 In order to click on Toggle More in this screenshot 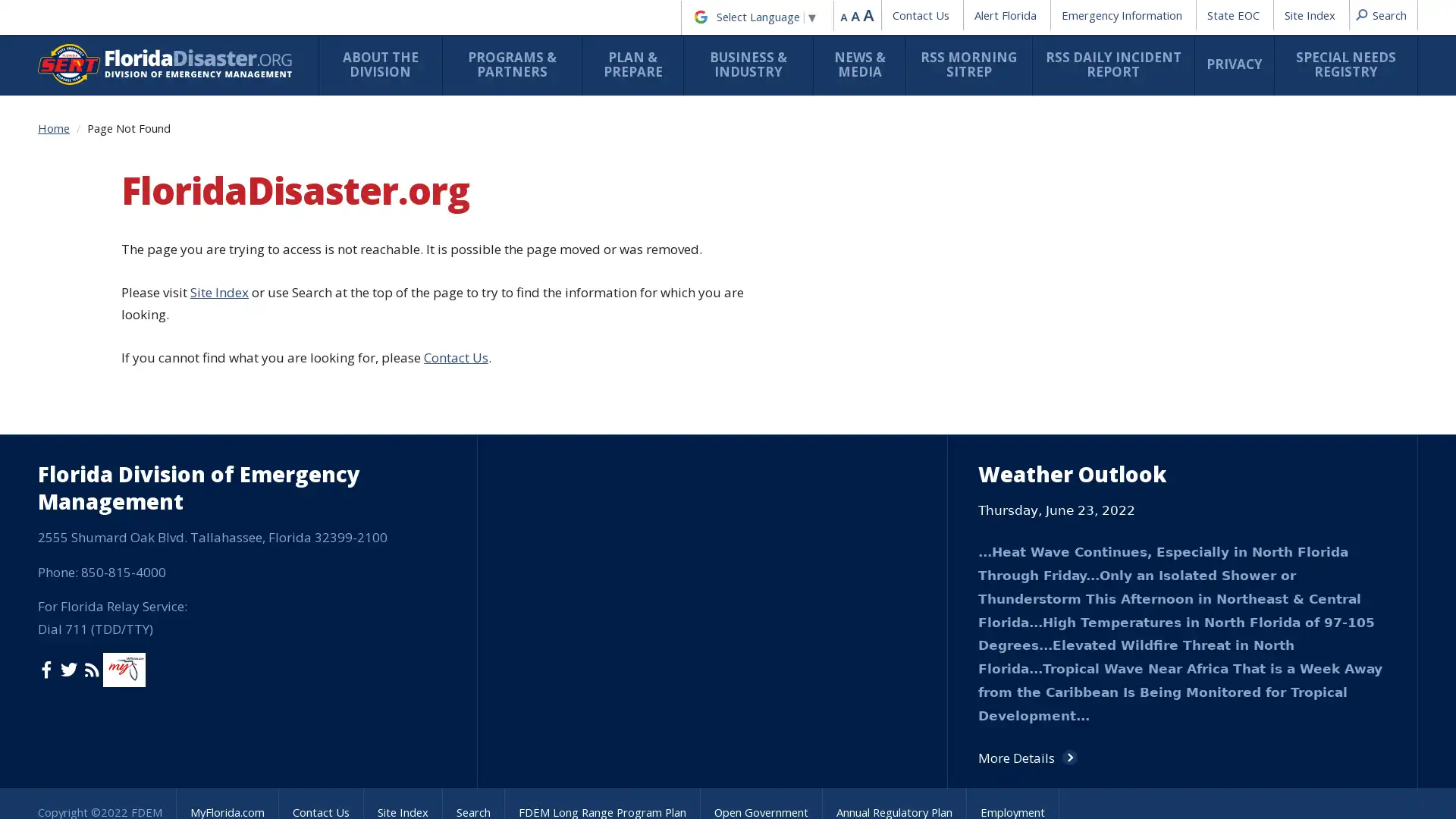, I will do `click(871, 296)`.